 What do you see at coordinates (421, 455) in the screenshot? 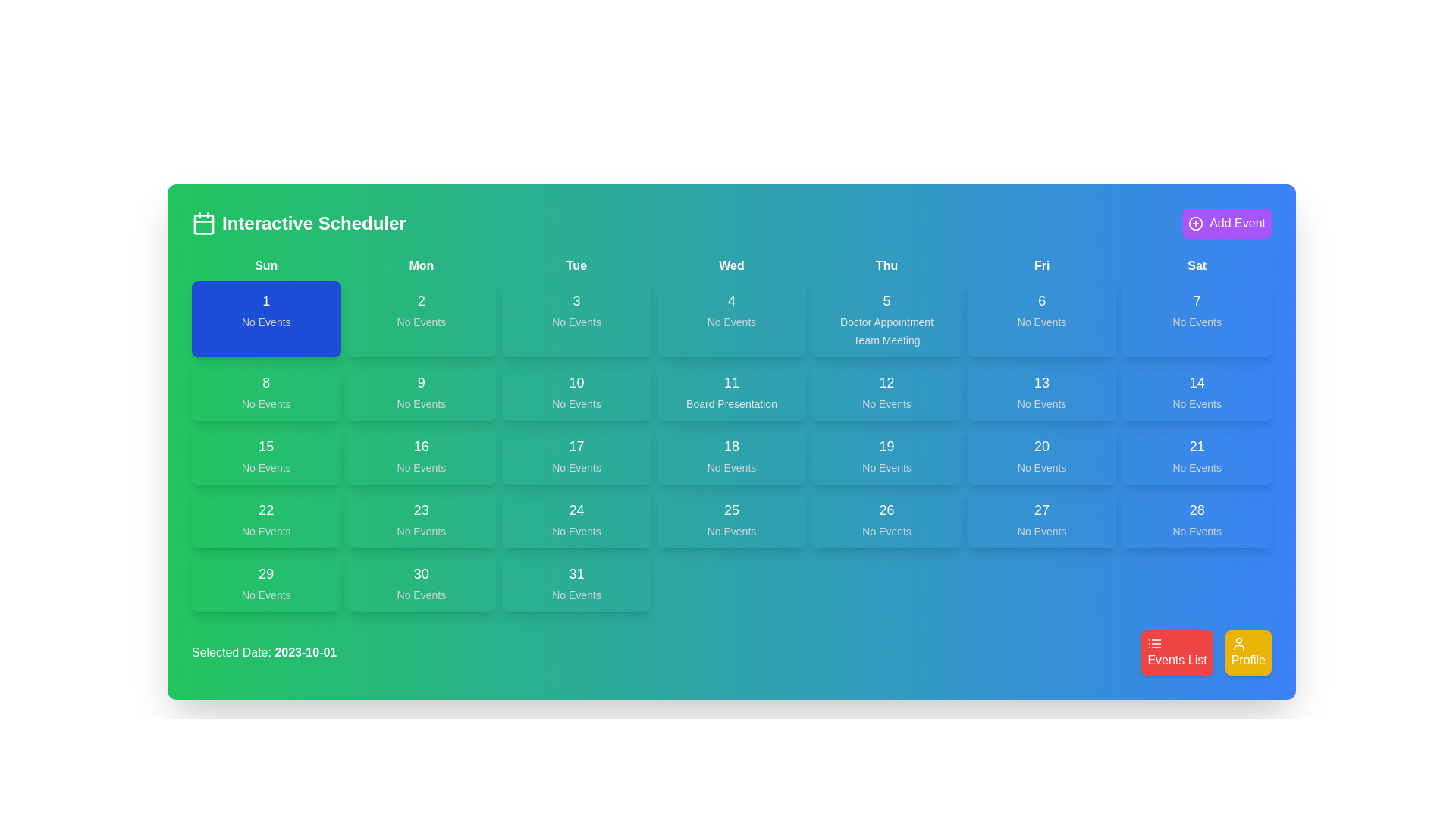
I see `the calendar day display tile for the date 16, which shows 'No Events' under the 'Mon' header in the calendar grid` at bounding box center [421, 455].